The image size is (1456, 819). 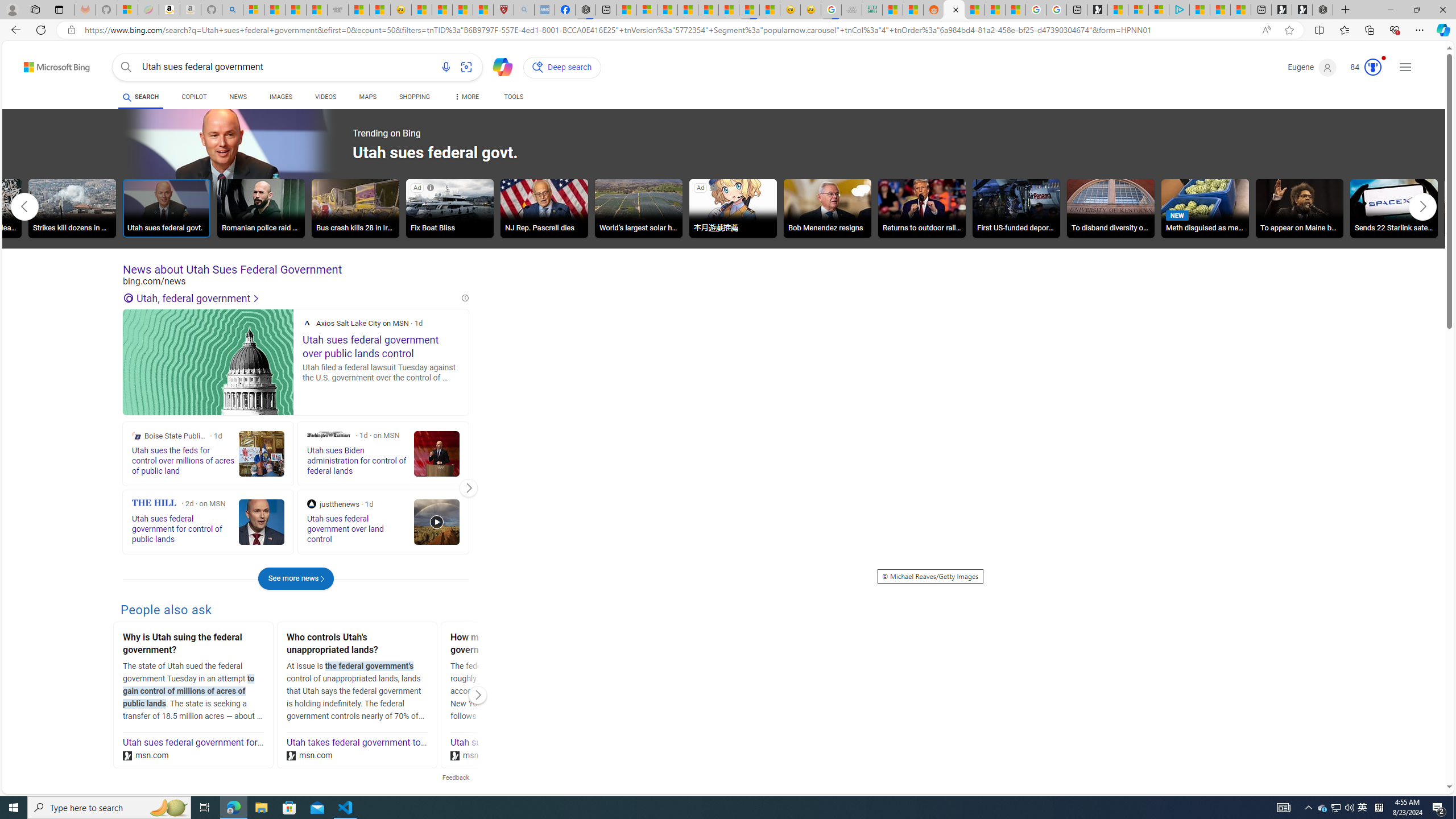 What do you see at coordinates (237, 98) in the screenshot?
I see `'NEWS'` at bounding box center [237, 98].